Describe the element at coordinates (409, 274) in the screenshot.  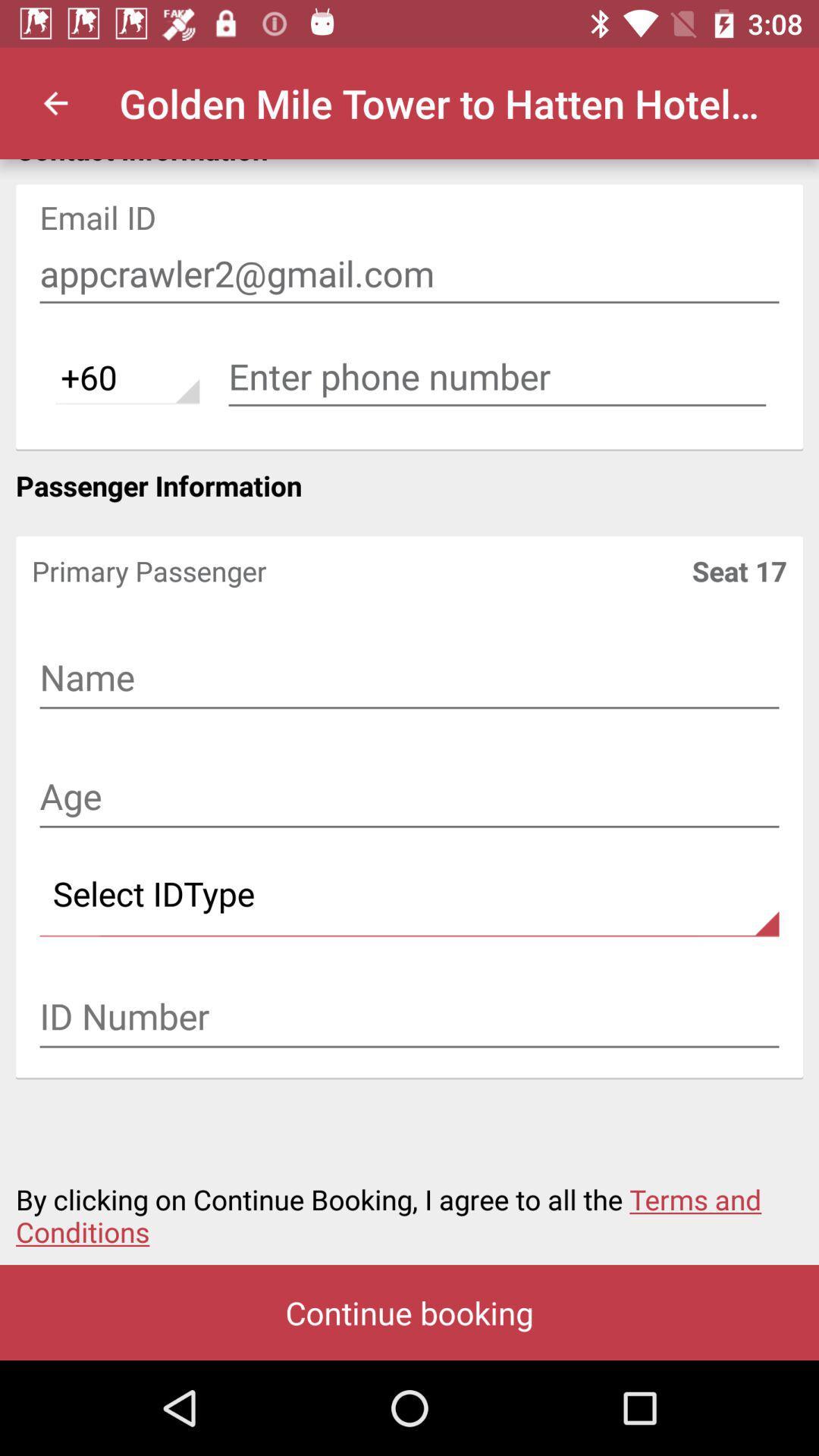
I see `item below the contact information icon` at that location.